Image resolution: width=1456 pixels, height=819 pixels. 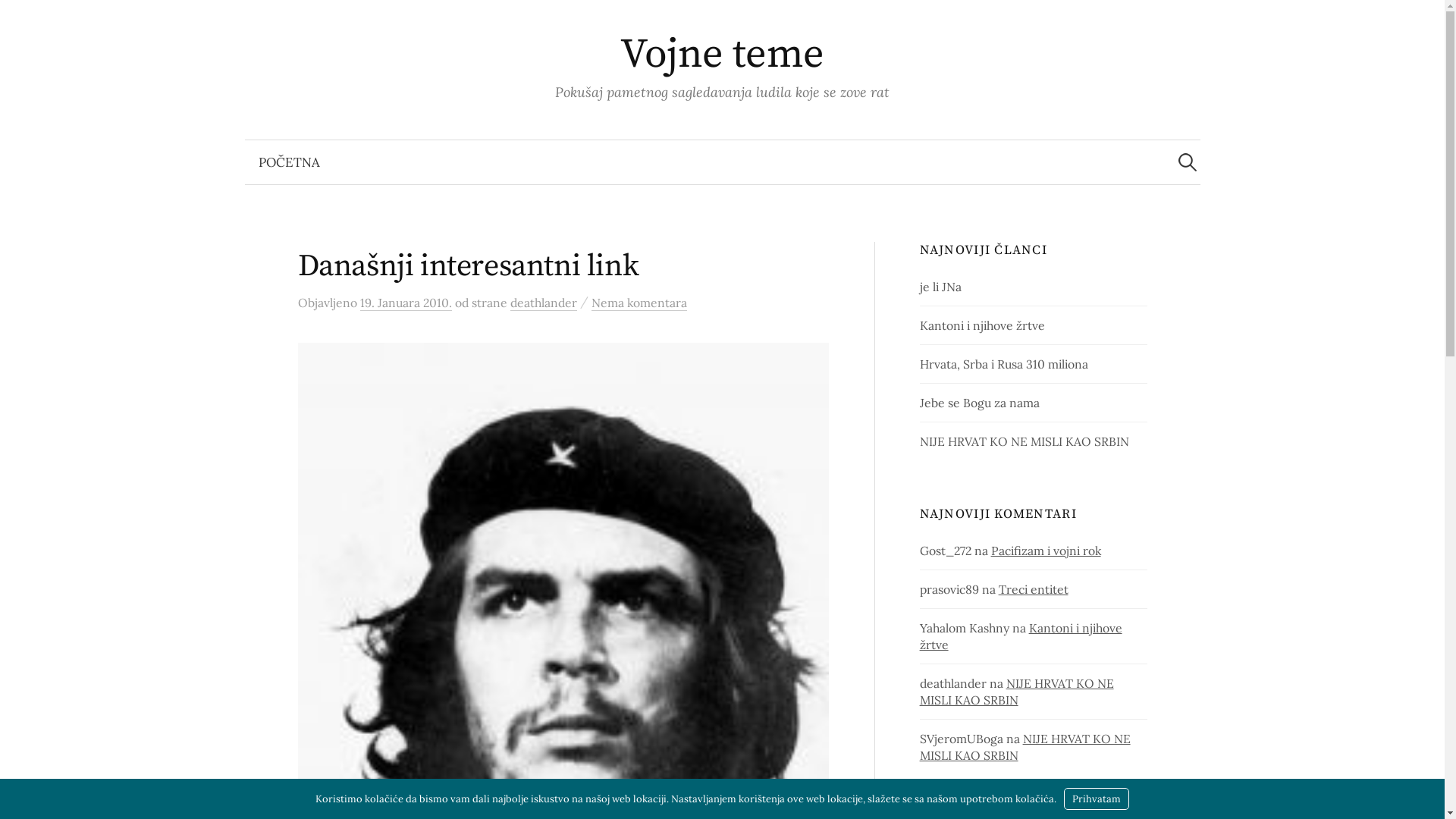 I want to click on '19. Januara 2010.', so click(x=405, y=303).